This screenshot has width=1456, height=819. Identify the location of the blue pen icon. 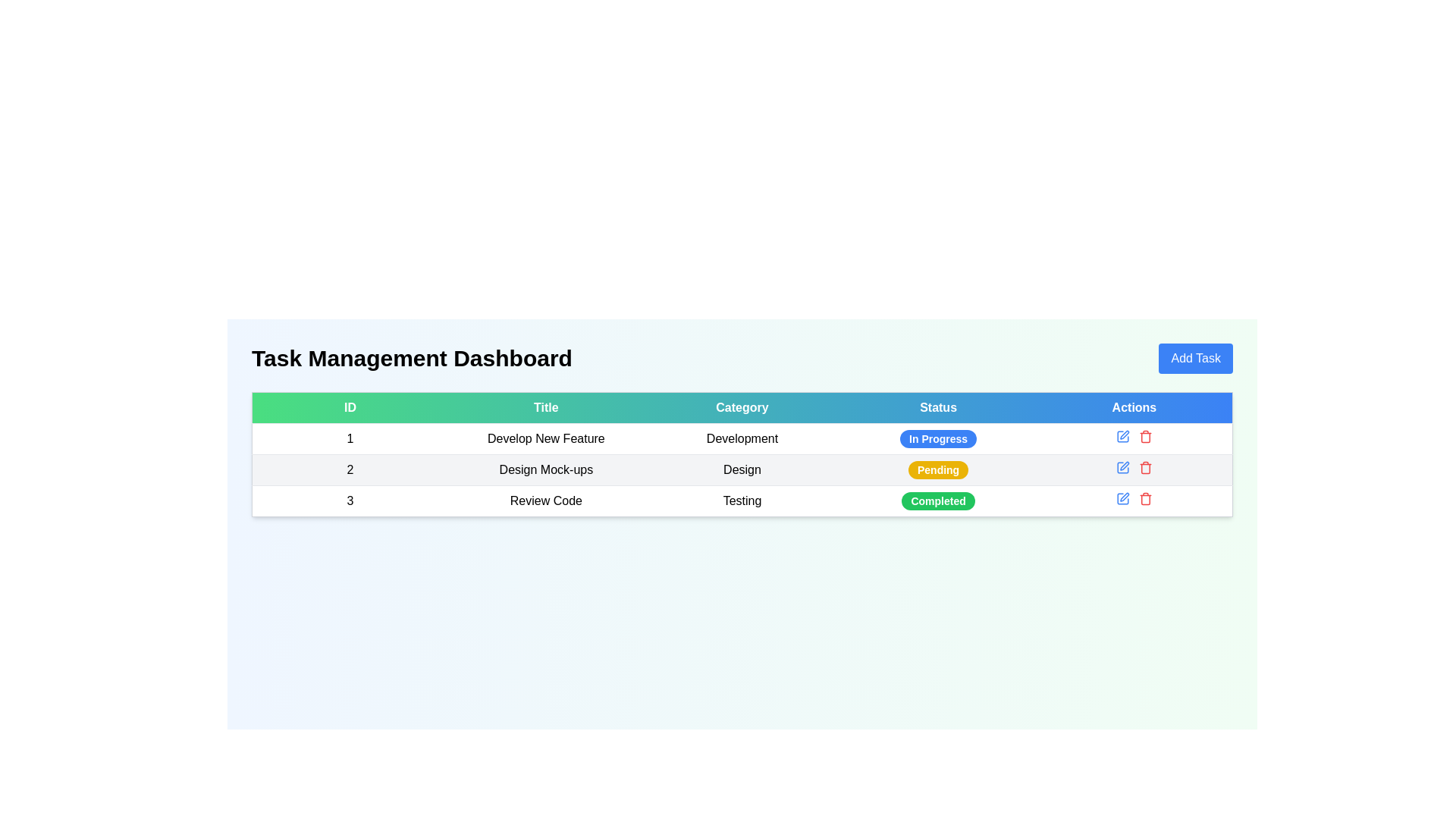
(1122, 499).